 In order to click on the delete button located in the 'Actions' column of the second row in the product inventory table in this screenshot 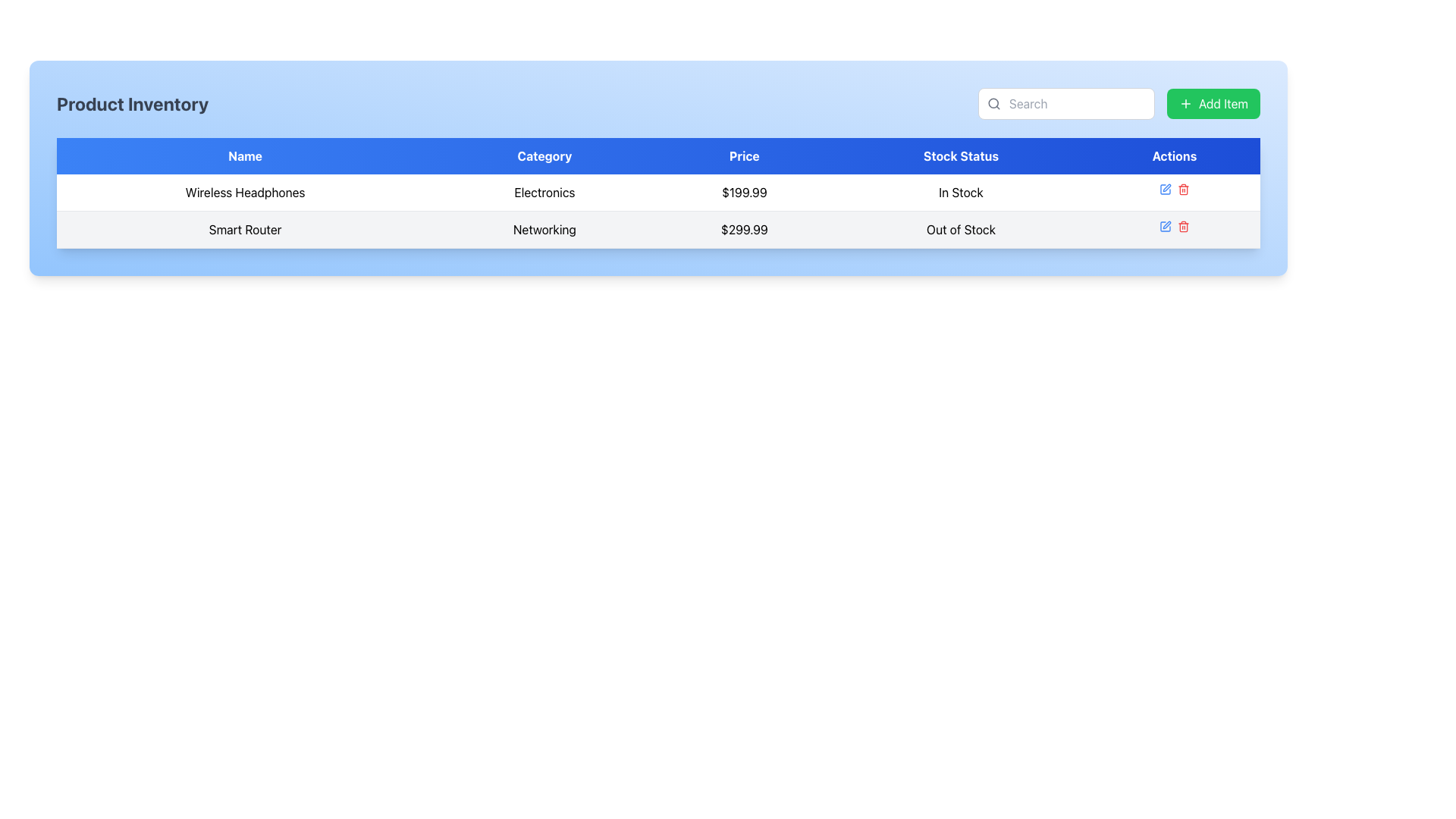, I will do `click(1182, 227)`.